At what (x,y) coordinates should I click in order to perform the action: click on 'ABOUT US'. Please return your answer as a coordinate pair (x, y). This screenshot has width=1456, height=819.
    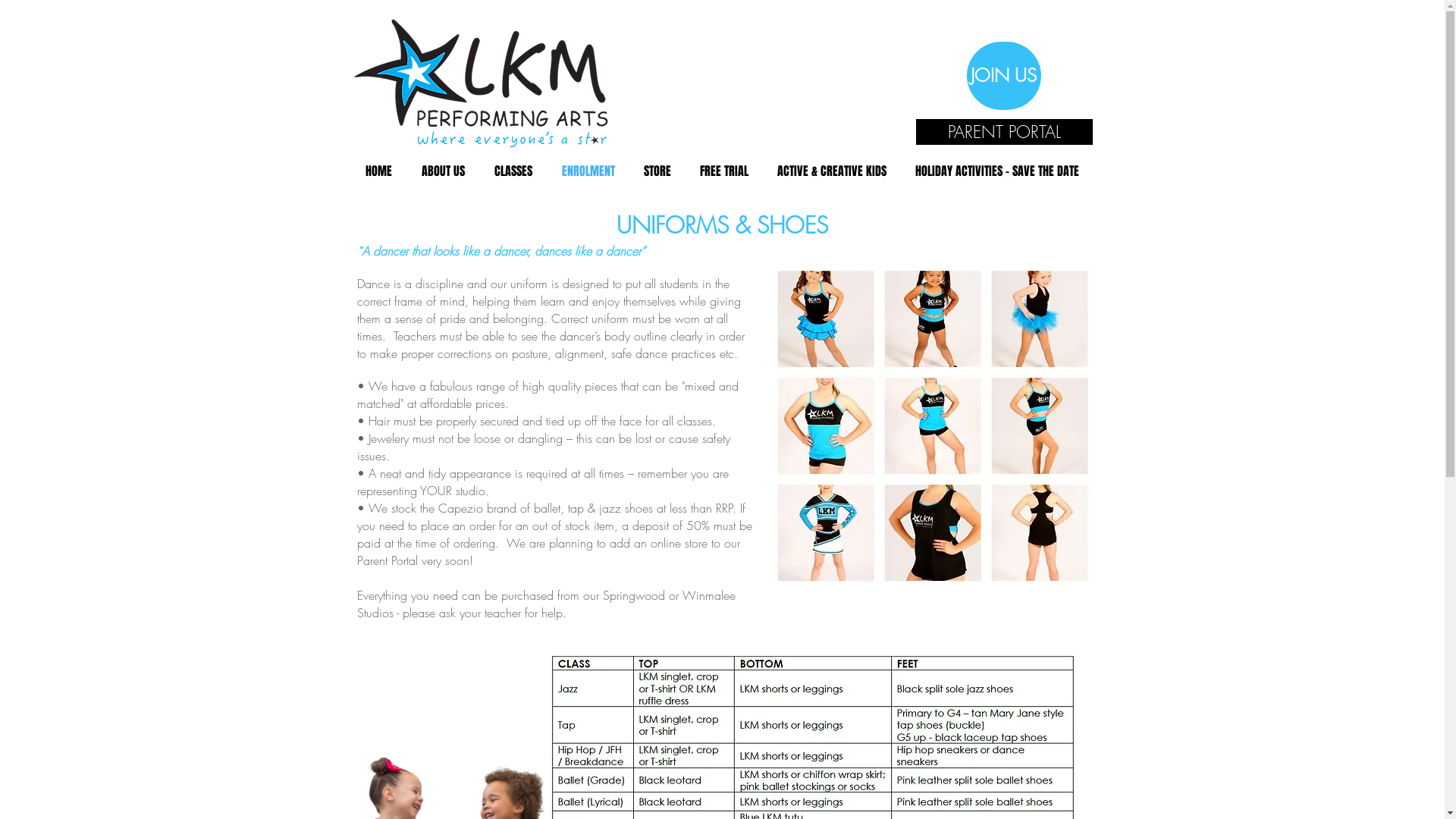
    Looking at the image, I should click on (442, 171).